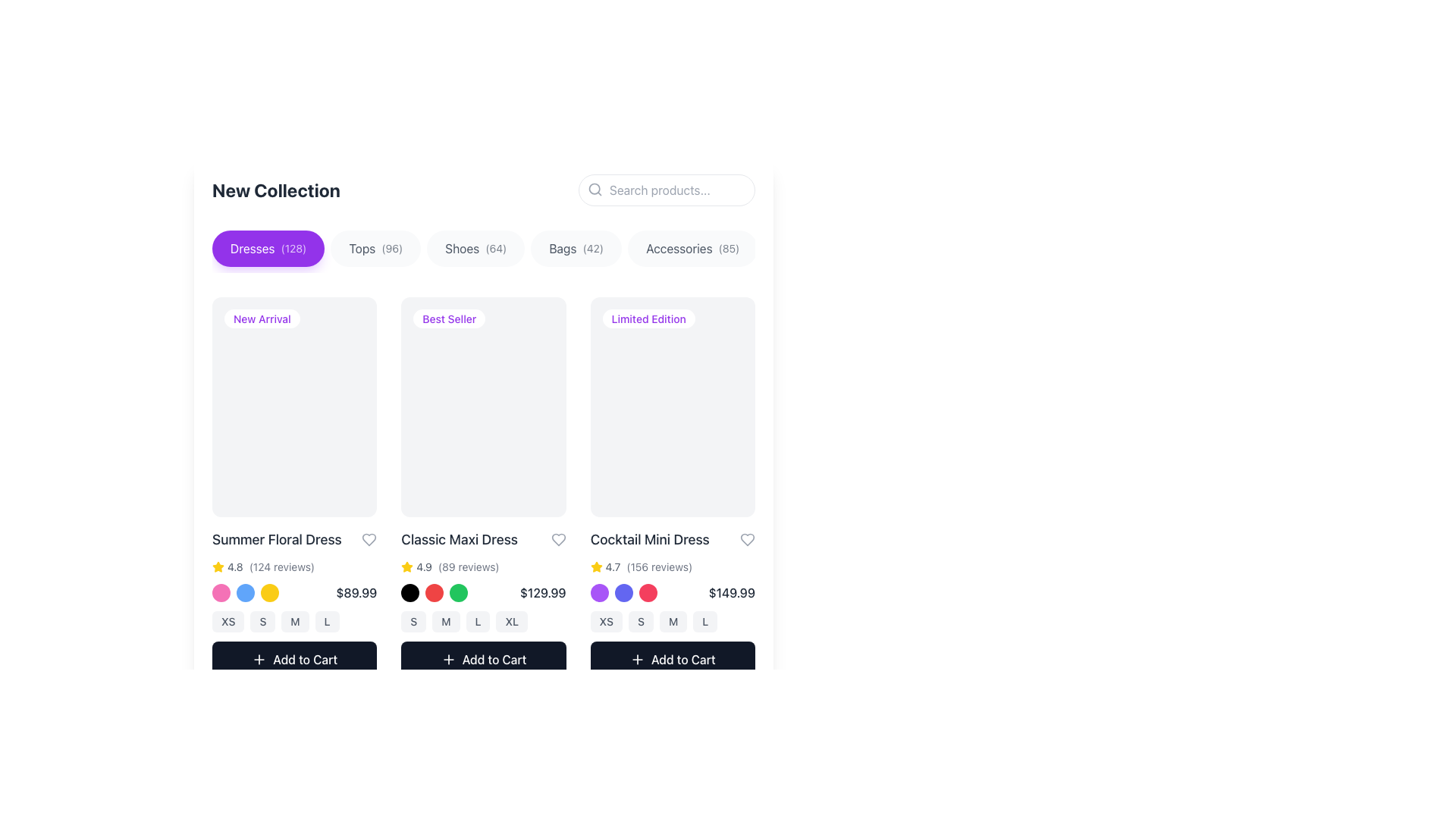  Describe the element at coordinates (268, 247) in the screenshot. I see `the purple button labeled 'Dresses (128)' located` at that location.